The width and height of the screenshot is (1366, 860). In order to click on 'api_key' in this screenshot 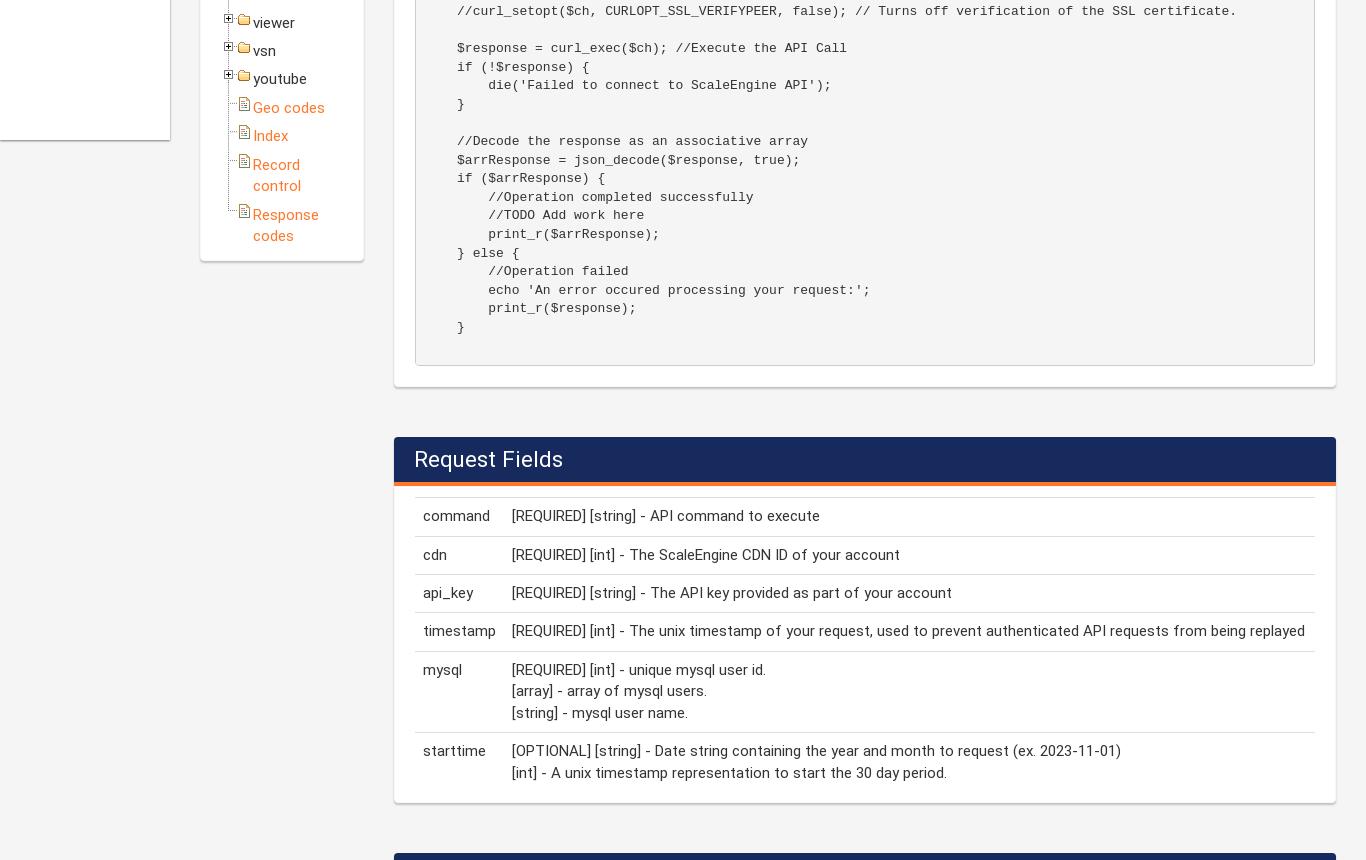, I will do `click(447, 591)`.